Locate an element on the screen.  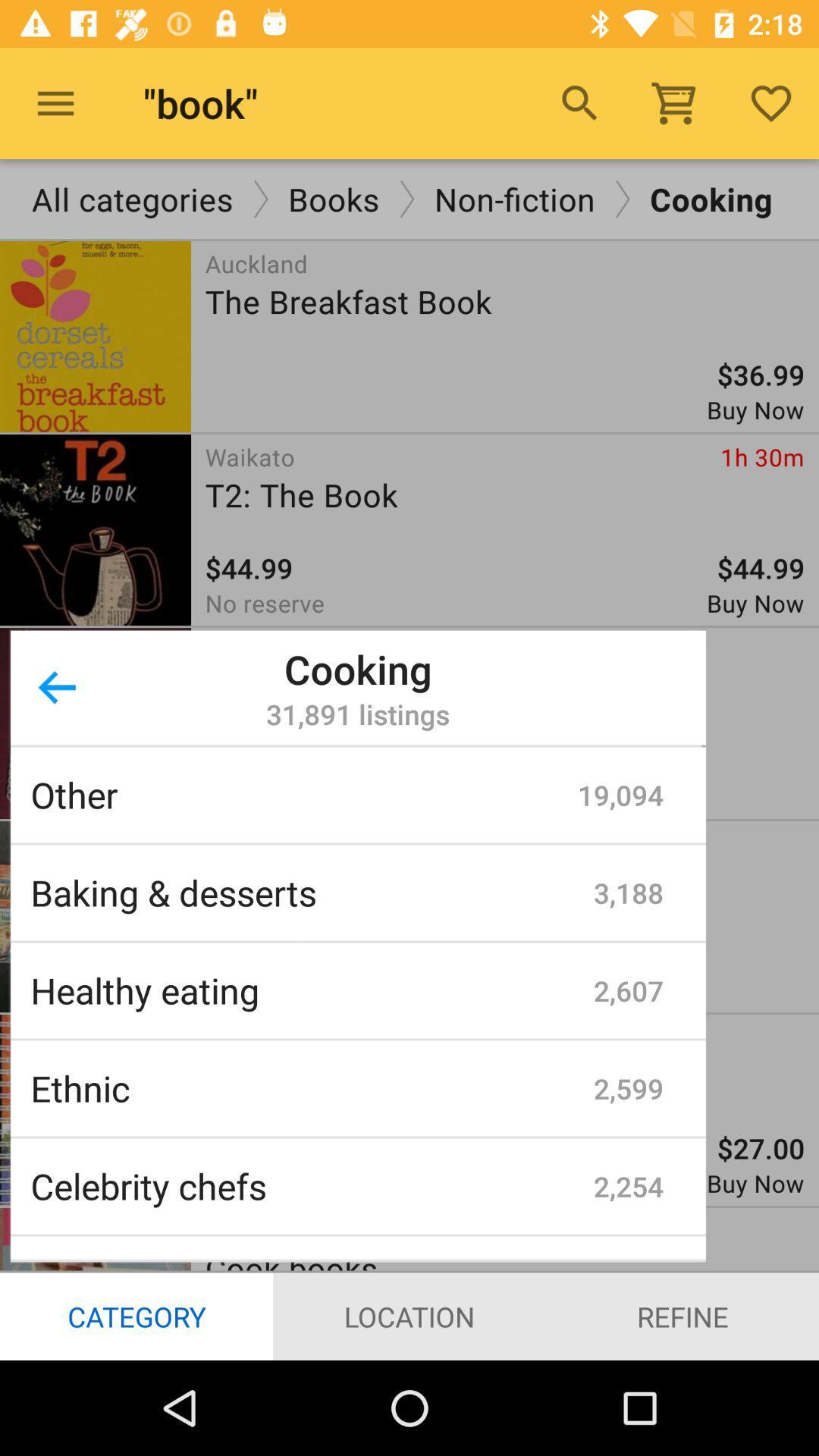
item above the celebrity chefs is located at coordinates (311, 1087).